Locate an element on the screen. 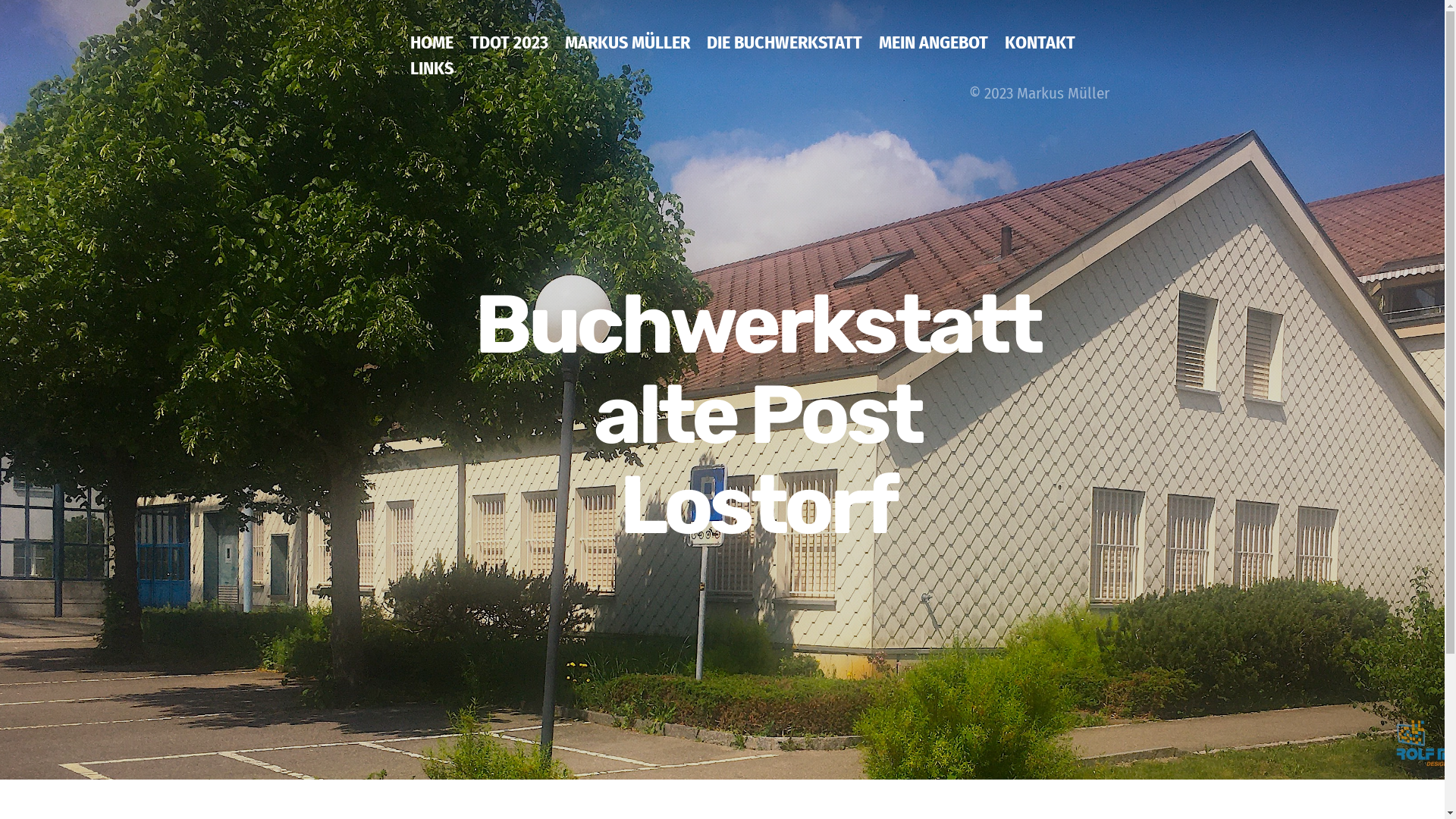 This screenshot has height=819, width=1456. 'LINKS' is located at coordinates (431, 79).